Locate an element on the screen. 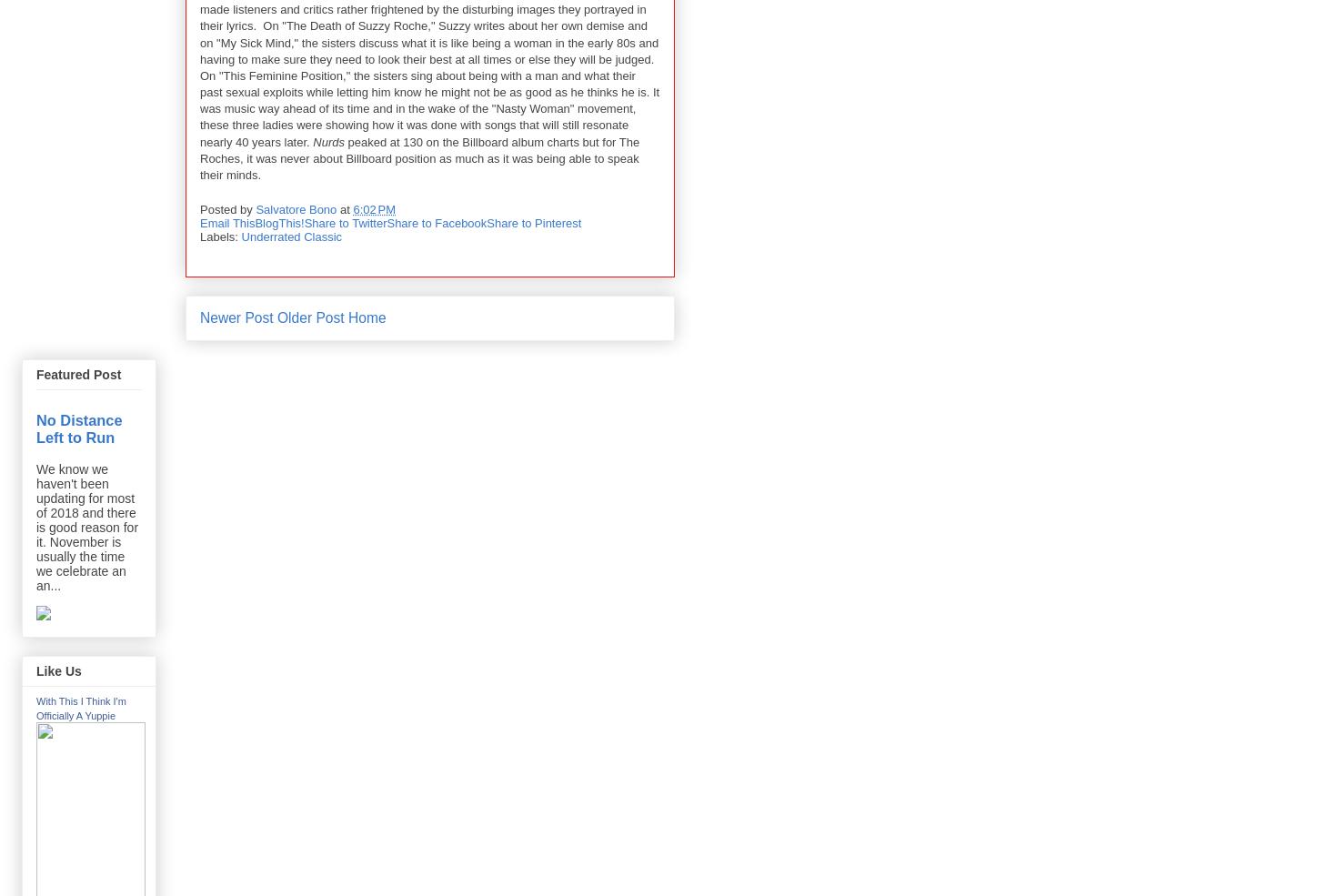  'Featured Post' is located at coordinates (78, 374).